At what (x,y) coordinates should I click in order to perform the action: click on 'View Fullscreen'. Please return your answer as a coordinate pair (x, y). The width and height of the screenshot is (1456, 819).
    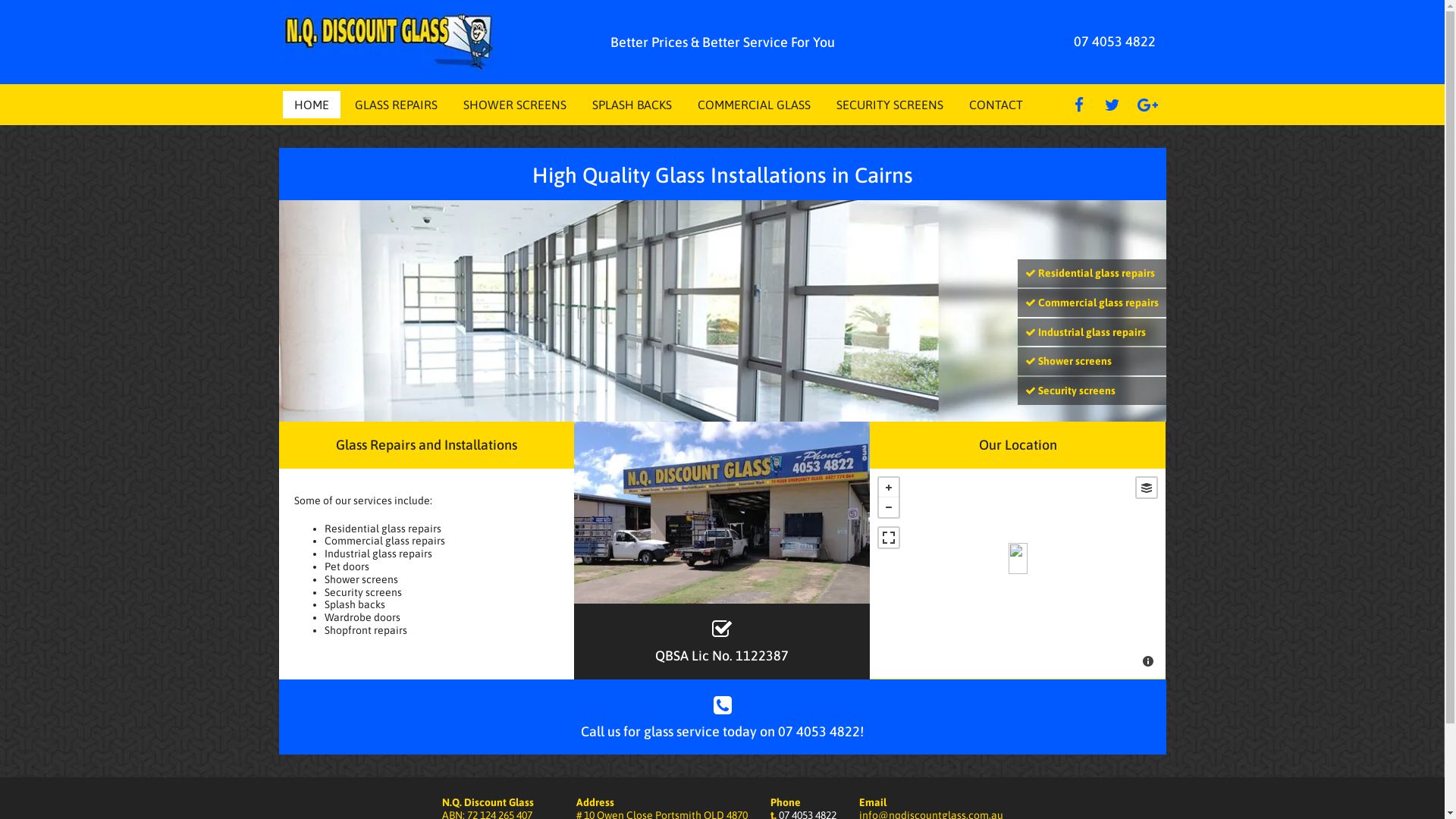
    Looking at the image, I should click on (888, 537).